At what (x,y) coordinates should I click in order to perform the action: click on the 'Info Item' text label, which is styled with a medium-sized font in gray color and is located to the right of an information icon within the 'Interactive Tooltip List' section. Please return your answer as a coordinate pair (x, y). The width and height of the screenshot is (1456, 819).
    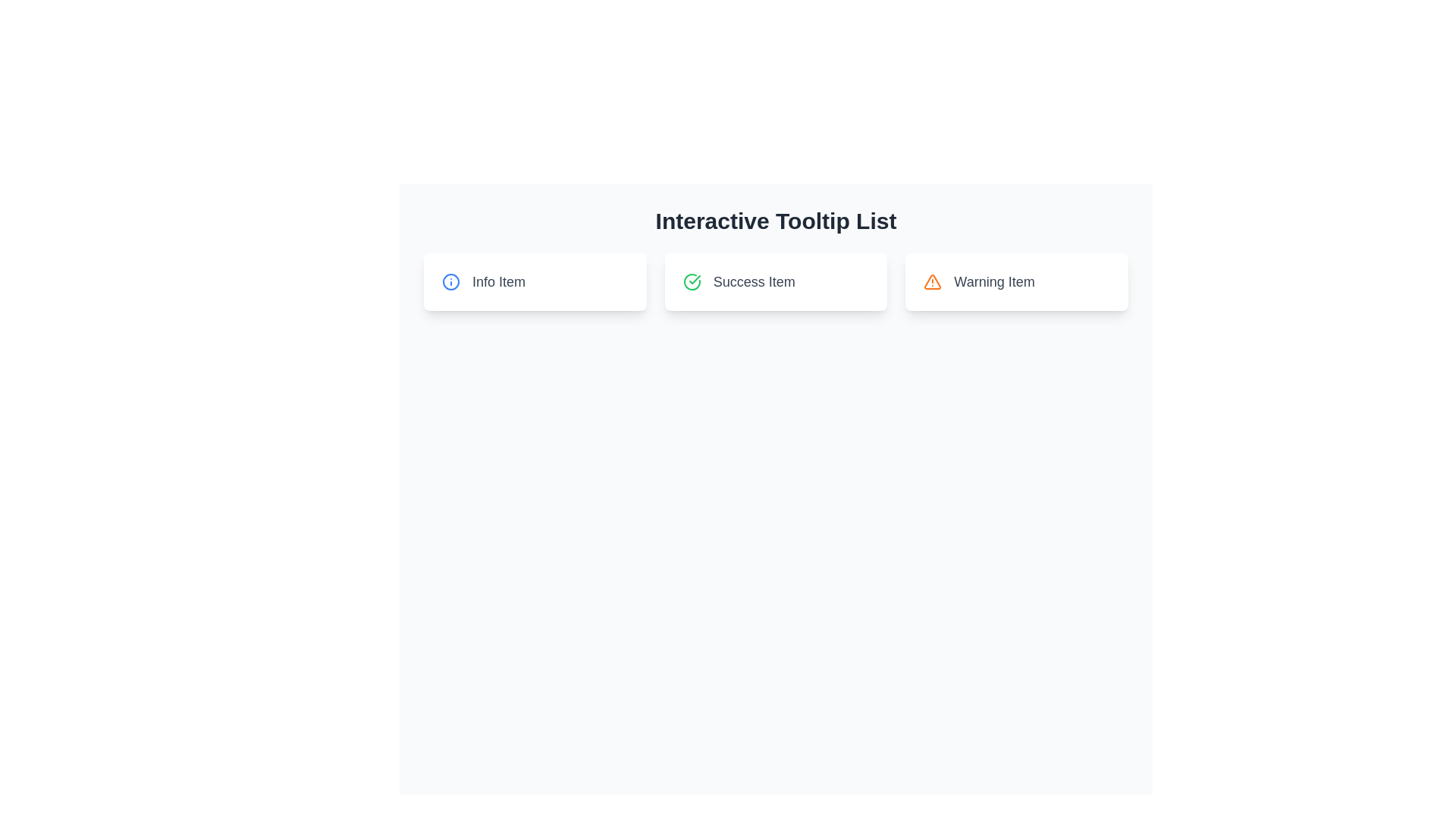
    Looking at the image, I should click on (498, 281).